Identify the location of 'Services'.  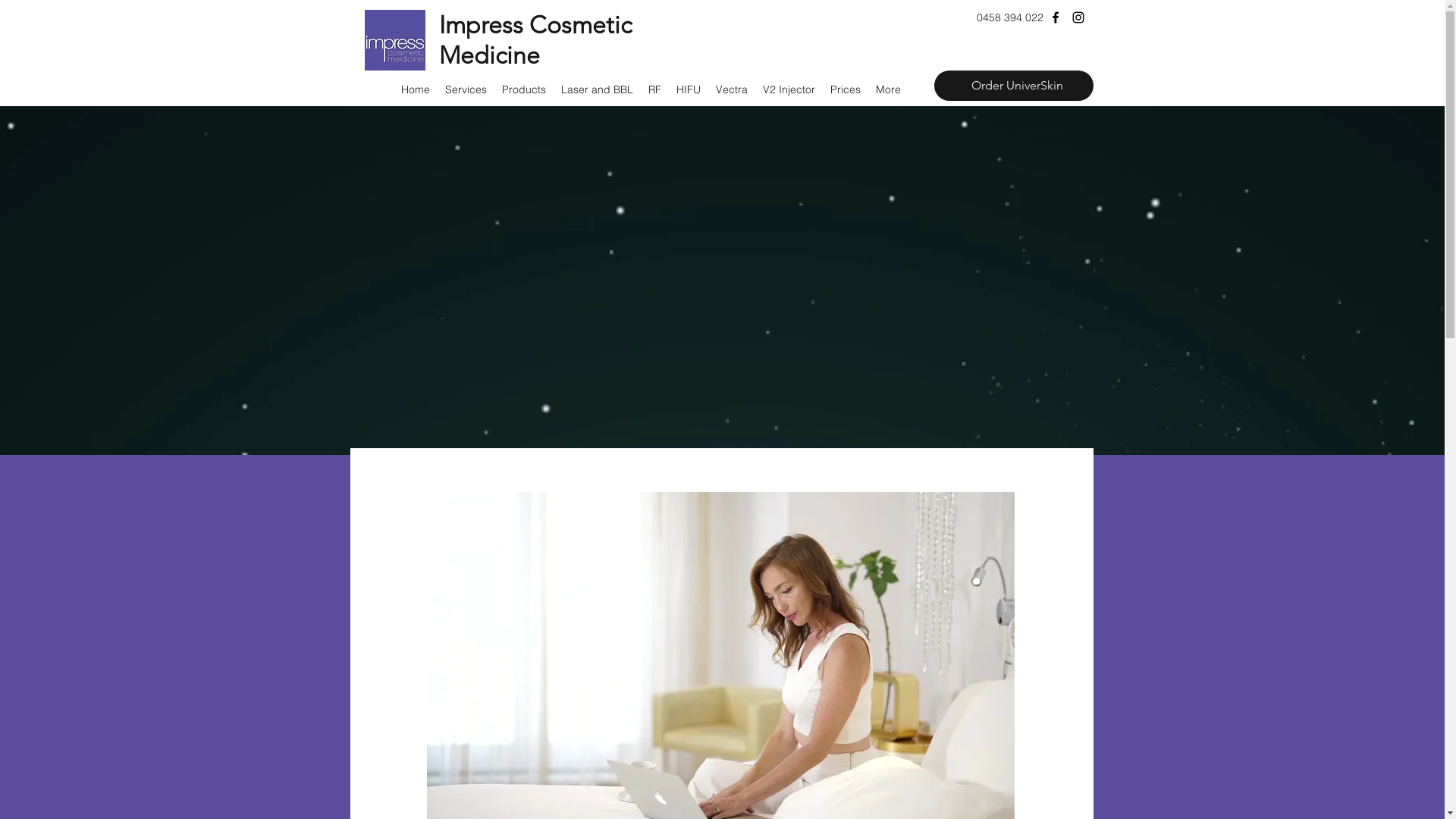
(464, 89).